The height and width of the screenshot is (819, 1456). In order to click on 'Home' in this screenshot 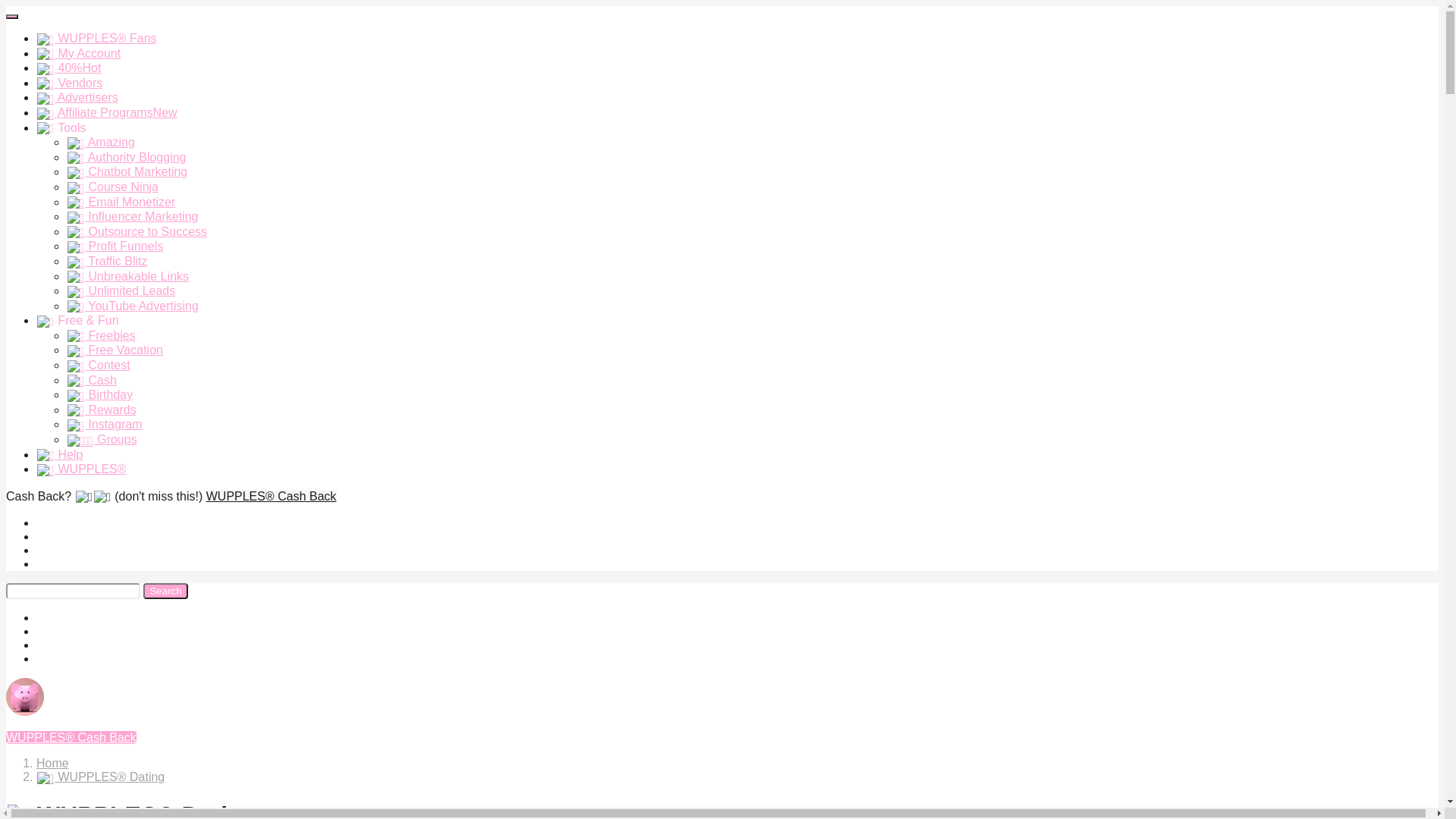, I will do `click(52, 763)`.